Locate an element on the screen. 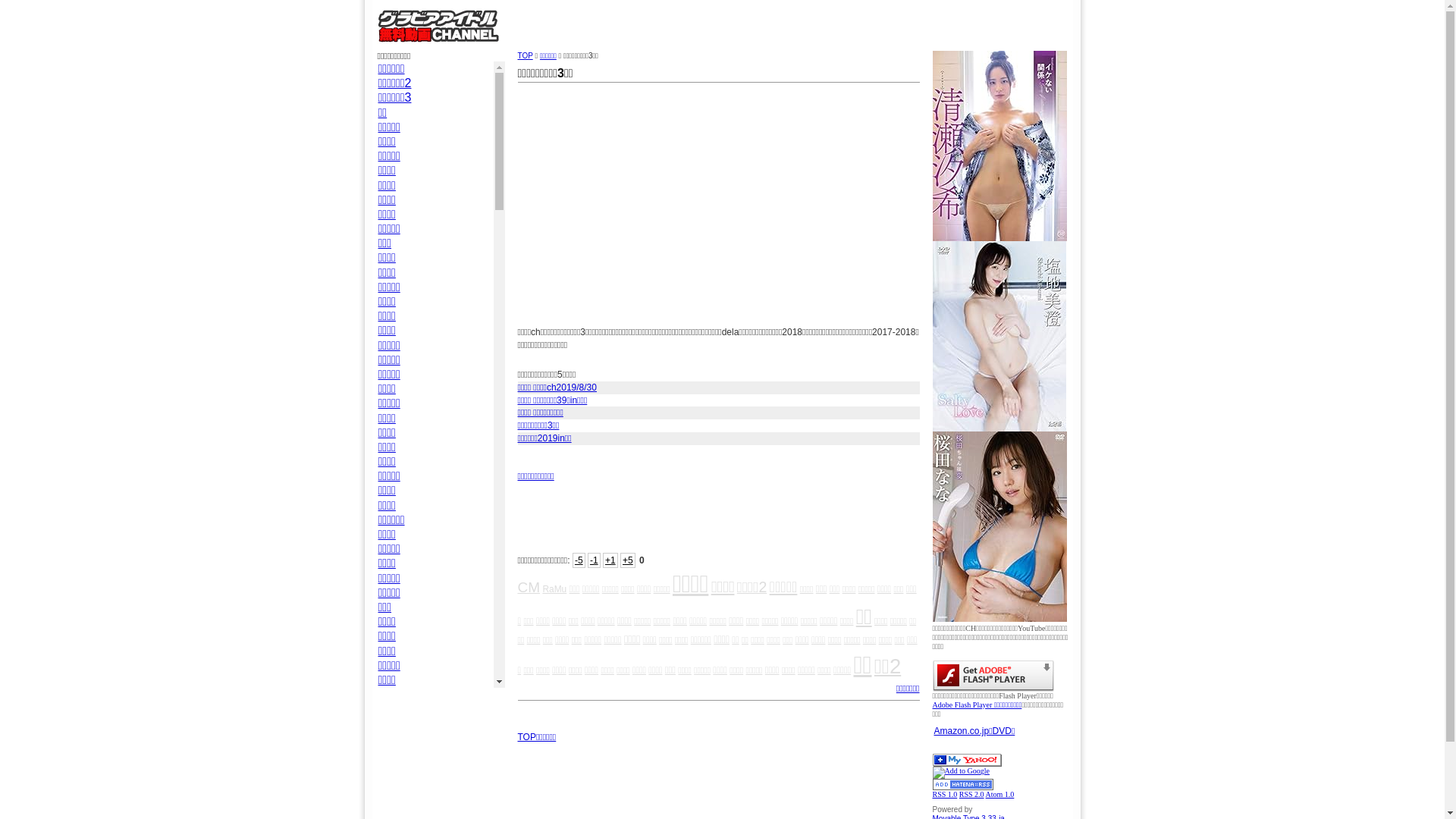 Image resolution: width=1456 pixels, height=819 pixels. '+1' is located at coordinates (610, 560).